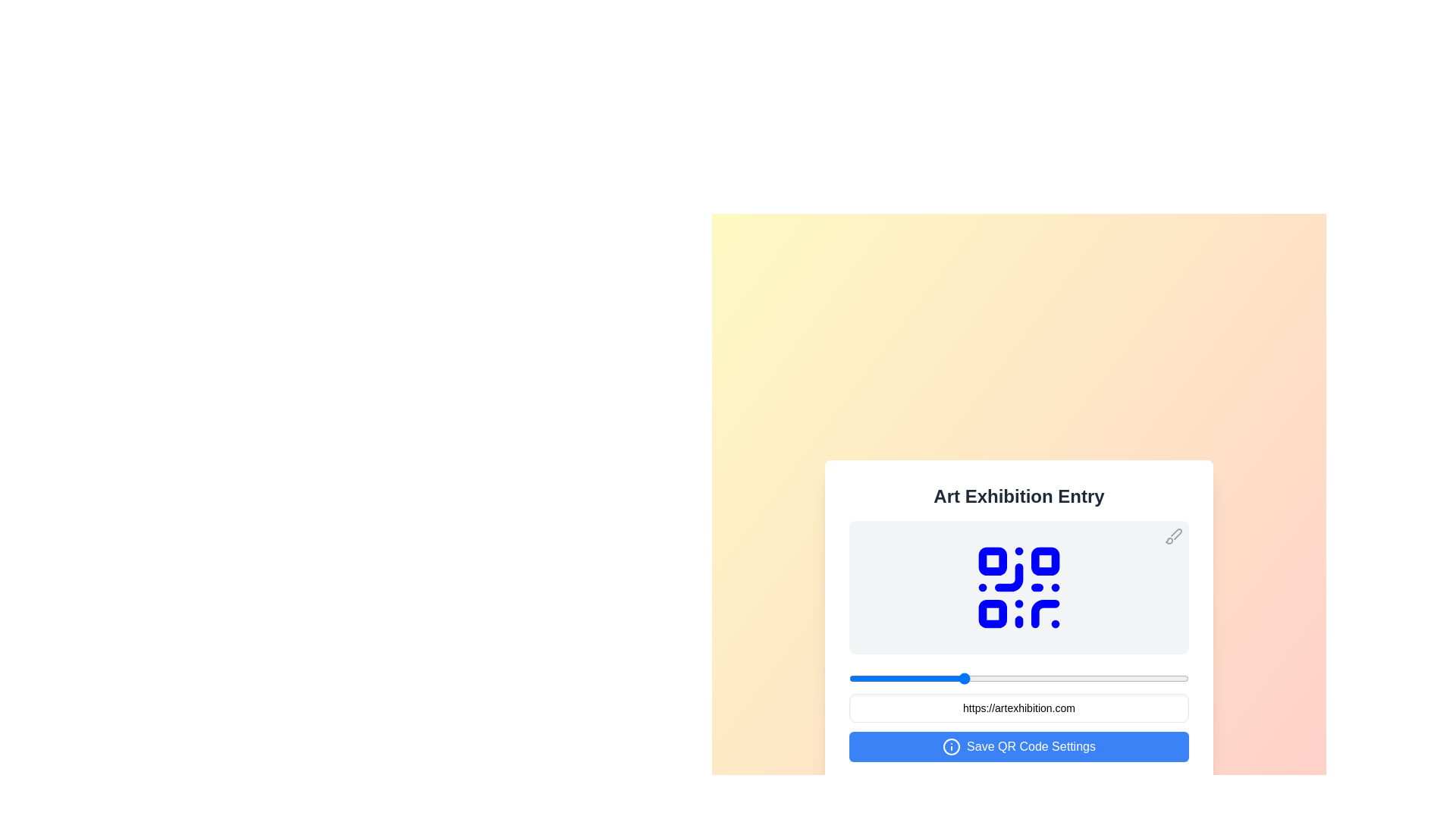 Image resolution: width=1456 pixels, height=819 pixels. What do you see at coordinates (1019, 708) in the screenshot?
I see `inside the text input field labeled 'Update URL' to focus on it` at bounding box center [1019, 708].